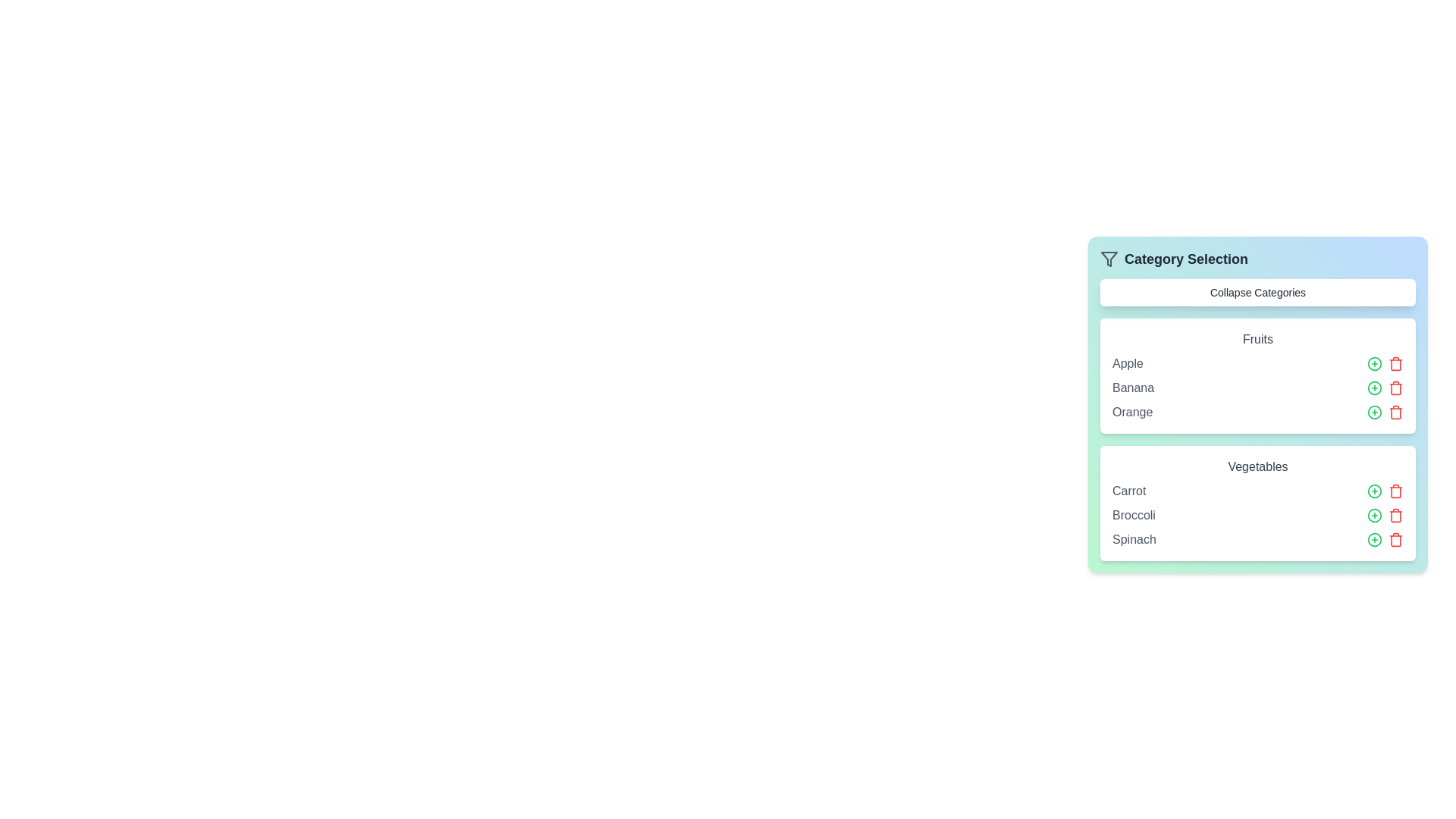  I want to click on the green '+' button next to the item Orange to add it to the selected list, so click(1375, 412).